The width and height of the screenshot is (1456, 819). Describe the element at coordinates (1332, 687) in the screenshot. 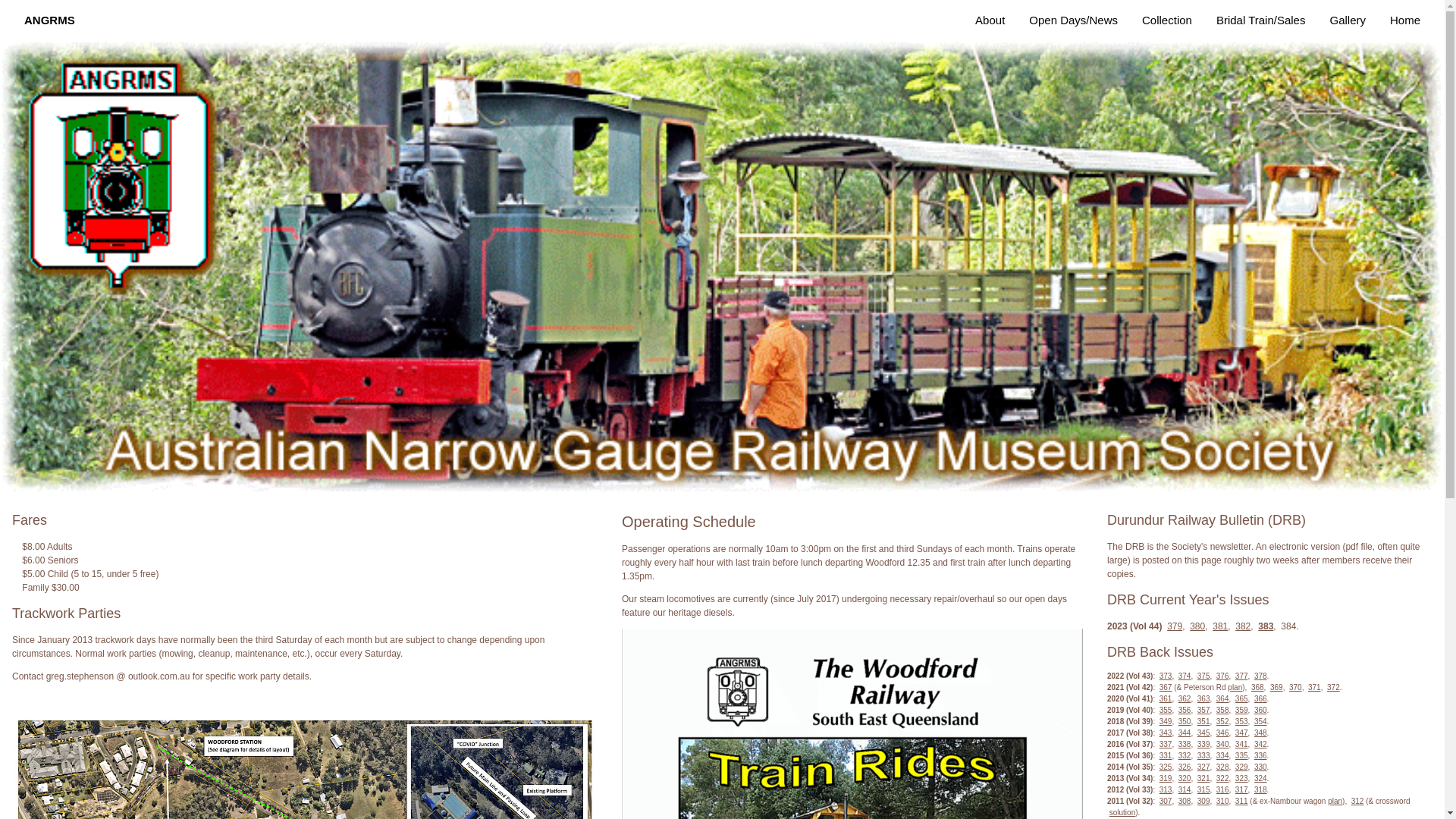

I see `'372'` at that location.